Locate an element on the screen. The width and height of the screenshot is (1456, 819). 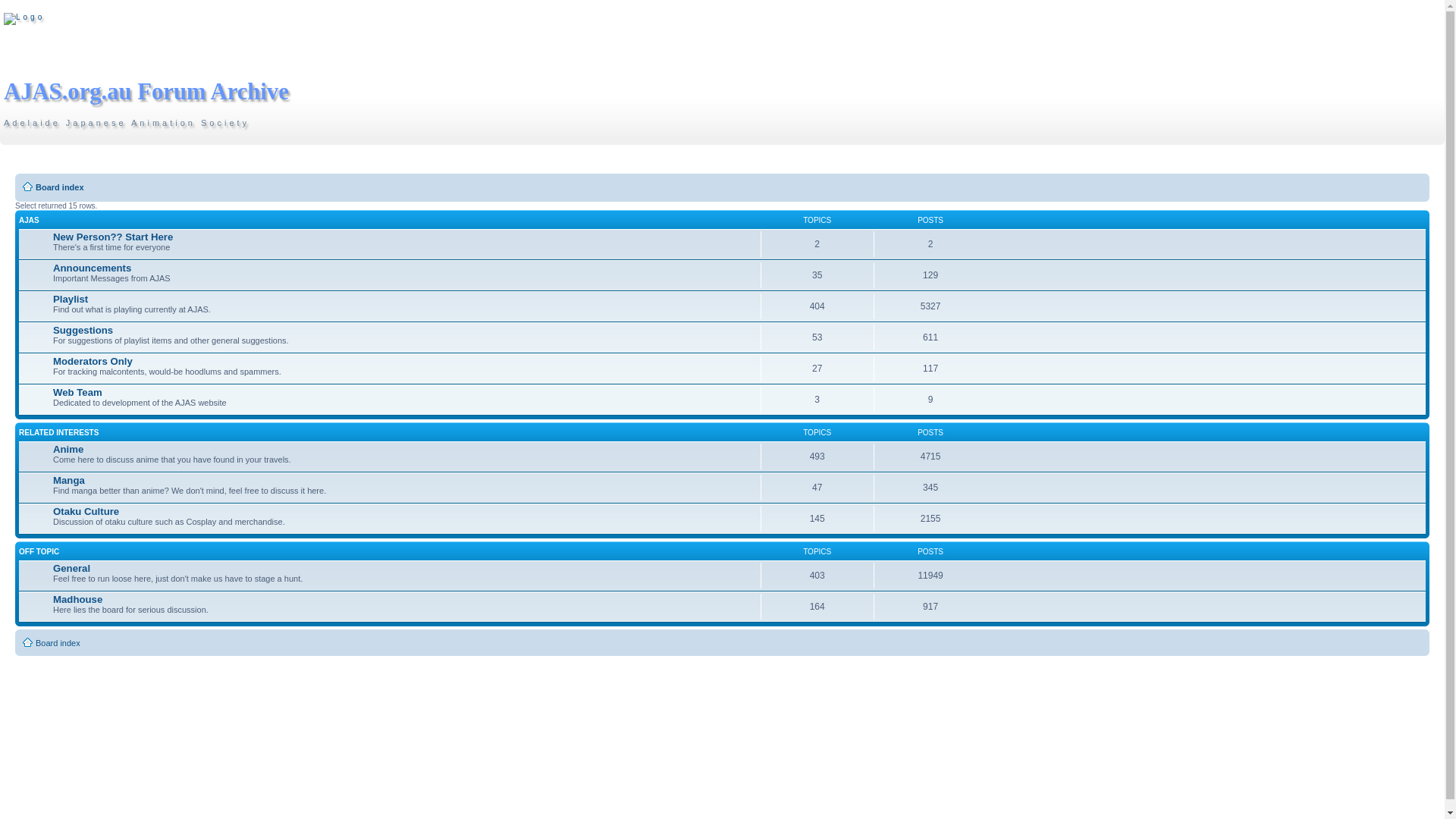
'Web Team' is located at coordinates (77, 391).